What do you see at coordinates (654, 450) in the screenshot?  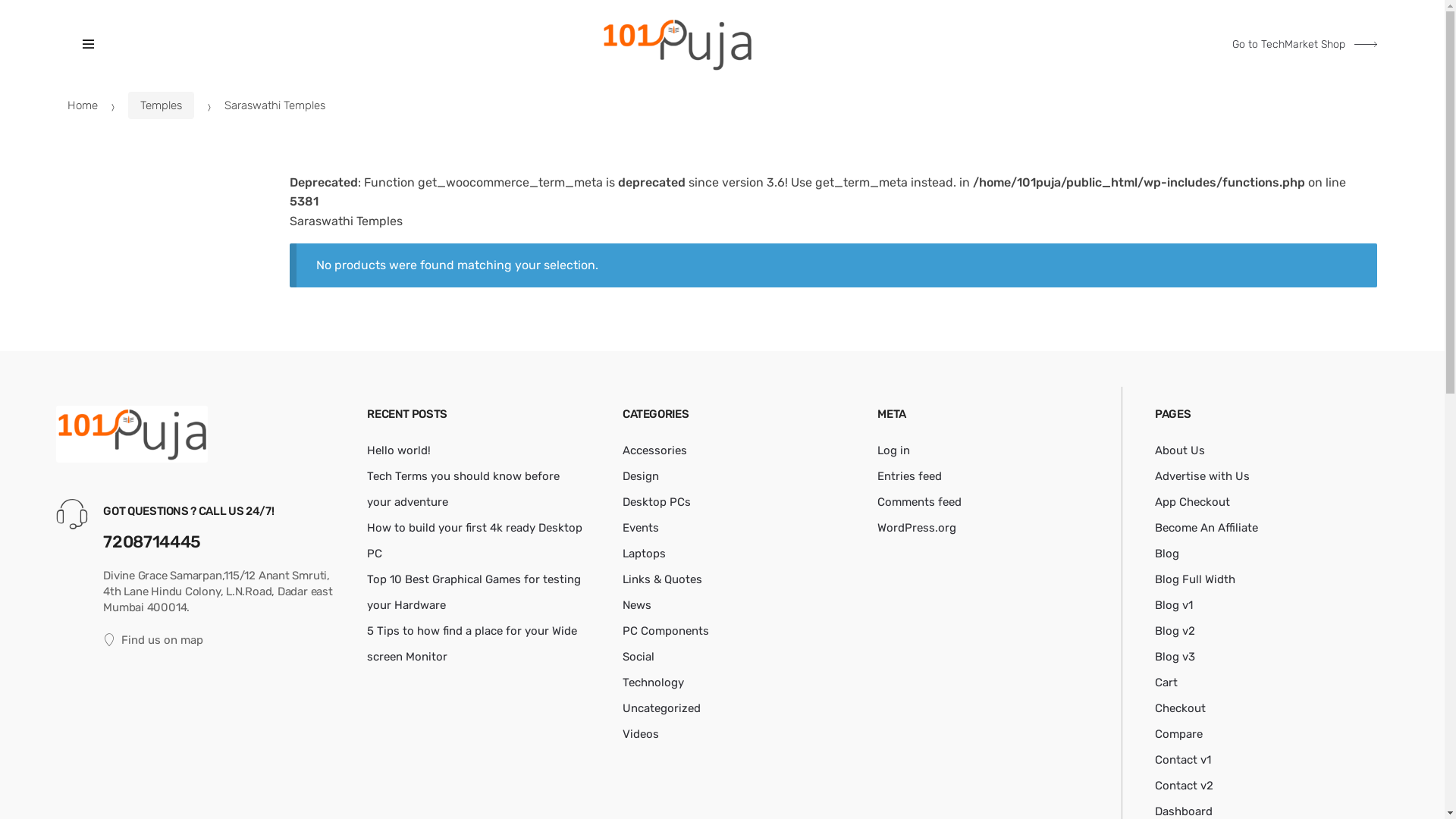 I see `'Accessories'` at bounding box center [654, 450].